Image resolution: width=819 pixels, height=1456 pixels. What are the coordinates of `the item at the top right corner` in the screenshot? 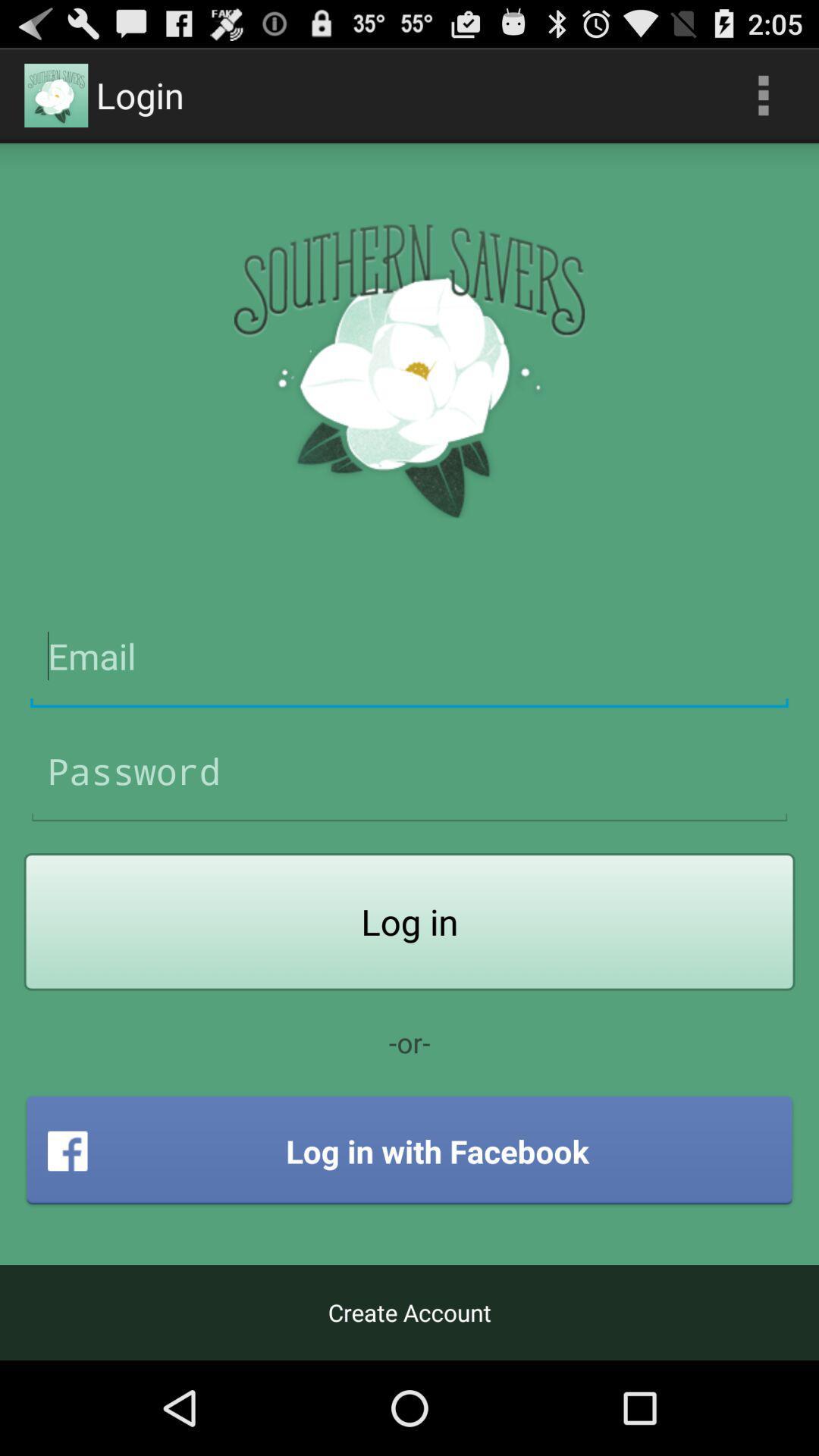 It's located at (763, 94).